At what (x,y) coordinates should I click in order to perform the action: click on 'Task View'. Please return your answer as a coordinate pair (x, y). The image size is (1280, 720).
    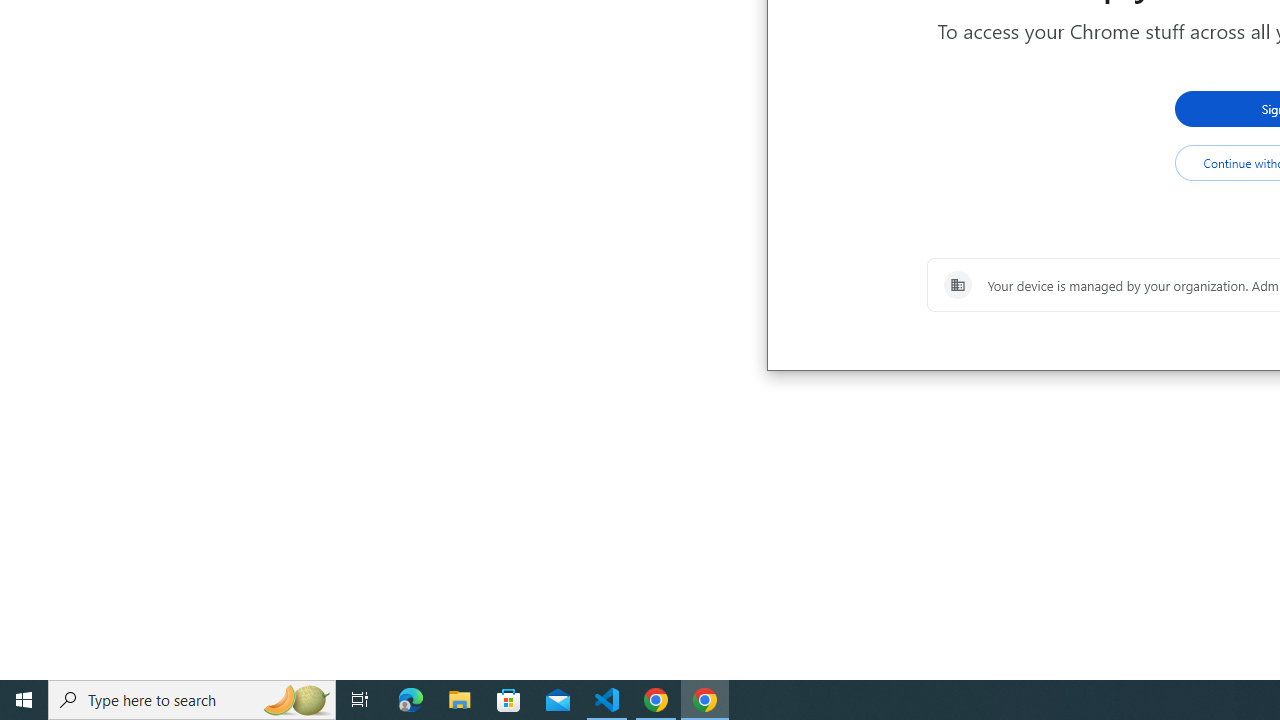
    Looking at the image, I should click on (359, 698).